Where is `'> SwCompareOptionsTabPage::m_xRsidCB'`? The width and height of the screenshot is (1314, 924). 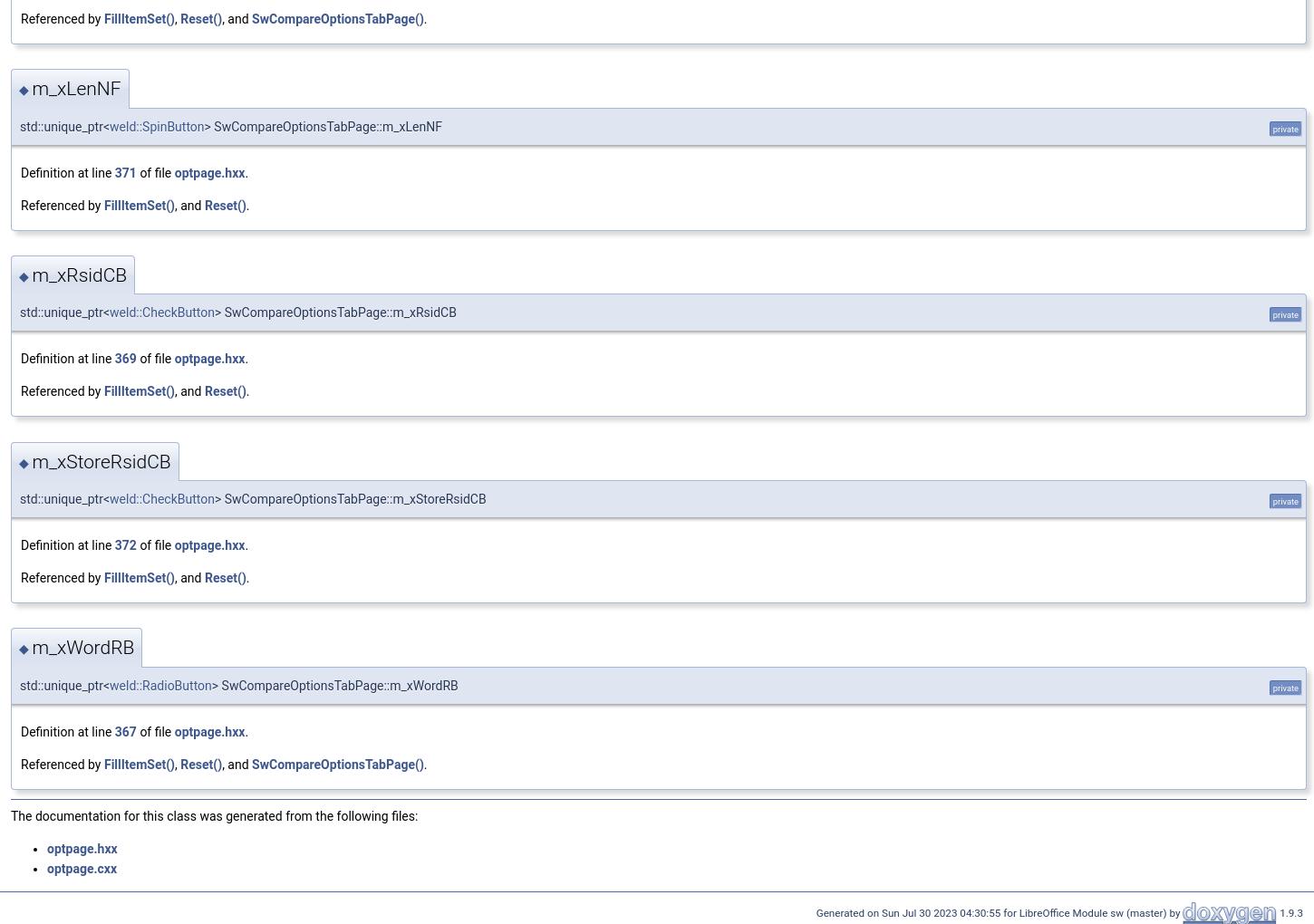
'> SwCompareOptionsTabPage::m_xRsidCB' is located at coordinates (333, 311).